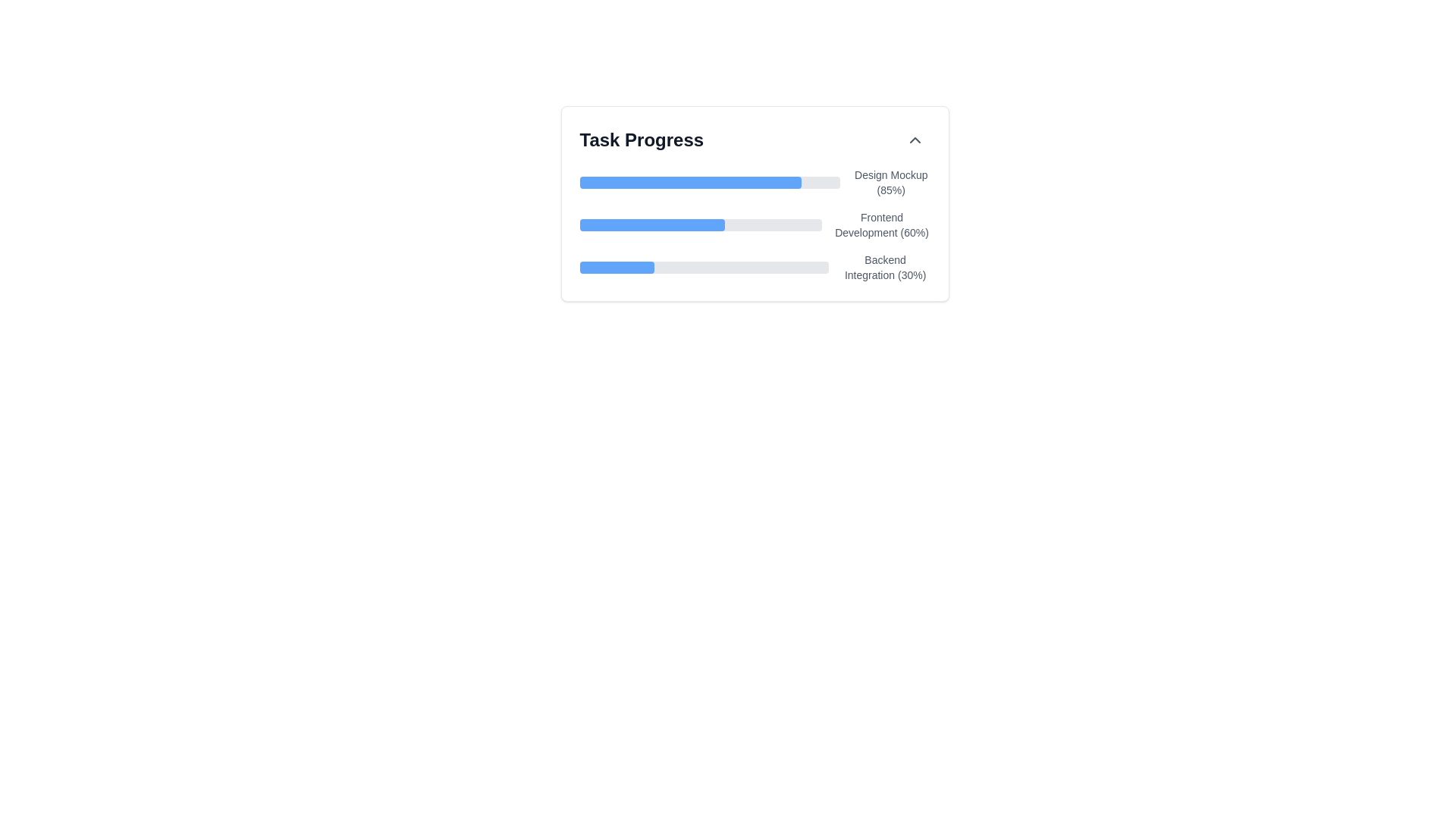  What do you see at coordinates (755, 225) in the screenshot?
I see `the progress bar labeled 'Frontend Development' which shows 60% completion, located between 'Design Mockup (85%)' and 'Backend Integration (30%)'` at bounding box center [755, 225].